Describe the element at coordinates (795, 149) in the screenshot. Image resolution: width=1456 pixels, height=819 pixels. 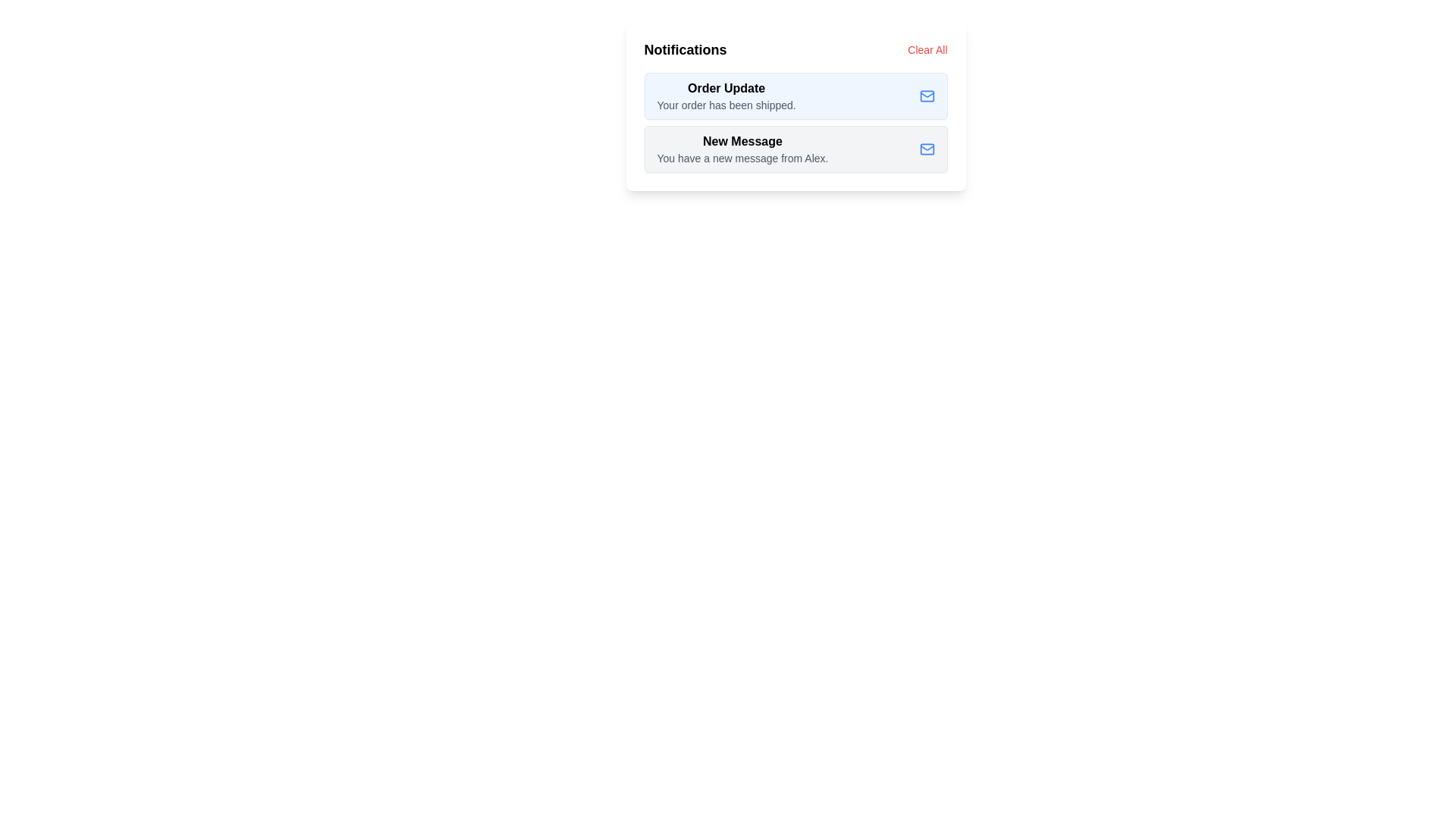
I see `message notification located in the second notification card below the 'Order Update' notification` at that location.